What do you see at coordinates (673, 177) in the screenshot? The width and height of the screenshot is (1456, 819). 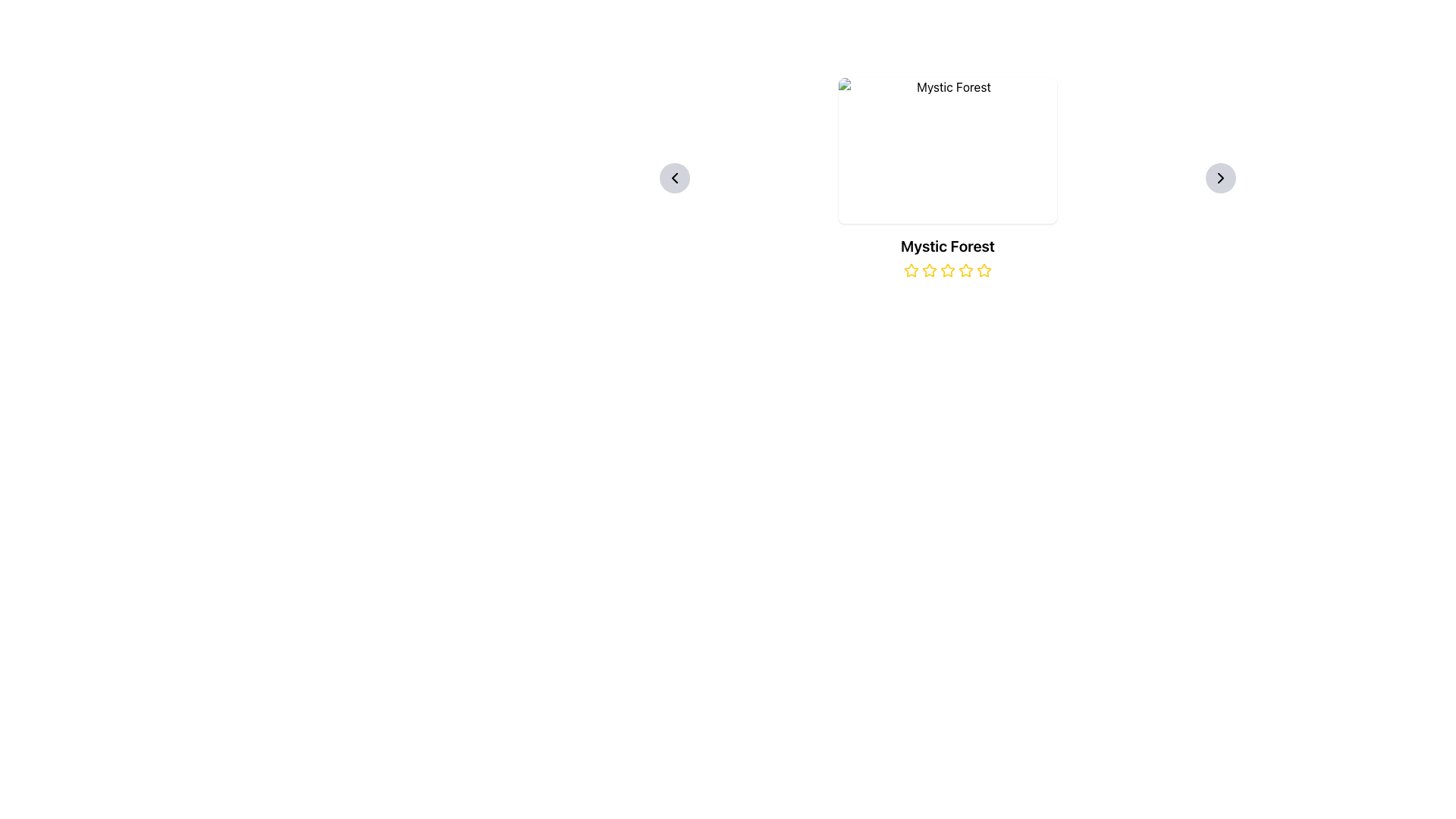 I see `the left-pointing chevron arrow icon within its circular button` at bounding box center [673, 177].